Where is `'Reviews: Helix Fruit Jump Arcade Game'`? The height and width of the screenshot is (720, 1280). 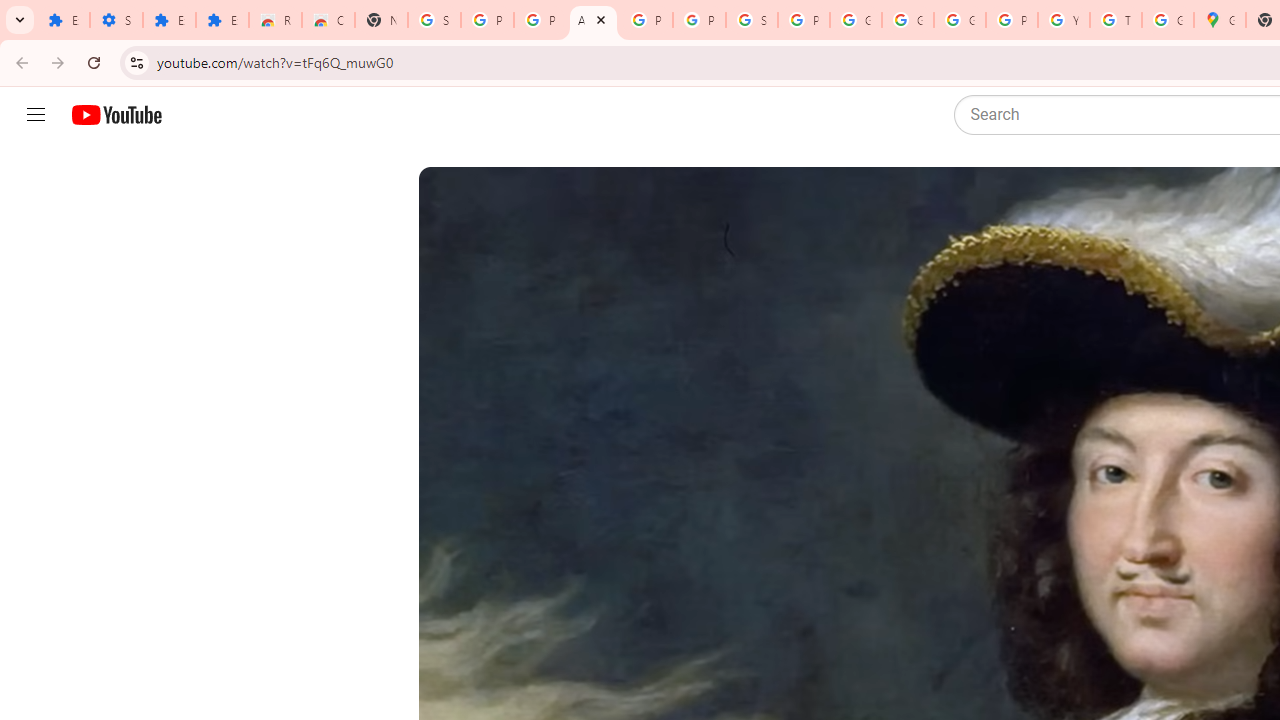 'Reviews: Helix Fruit Jump Arcade Game' is located at coordinates (274, 20).